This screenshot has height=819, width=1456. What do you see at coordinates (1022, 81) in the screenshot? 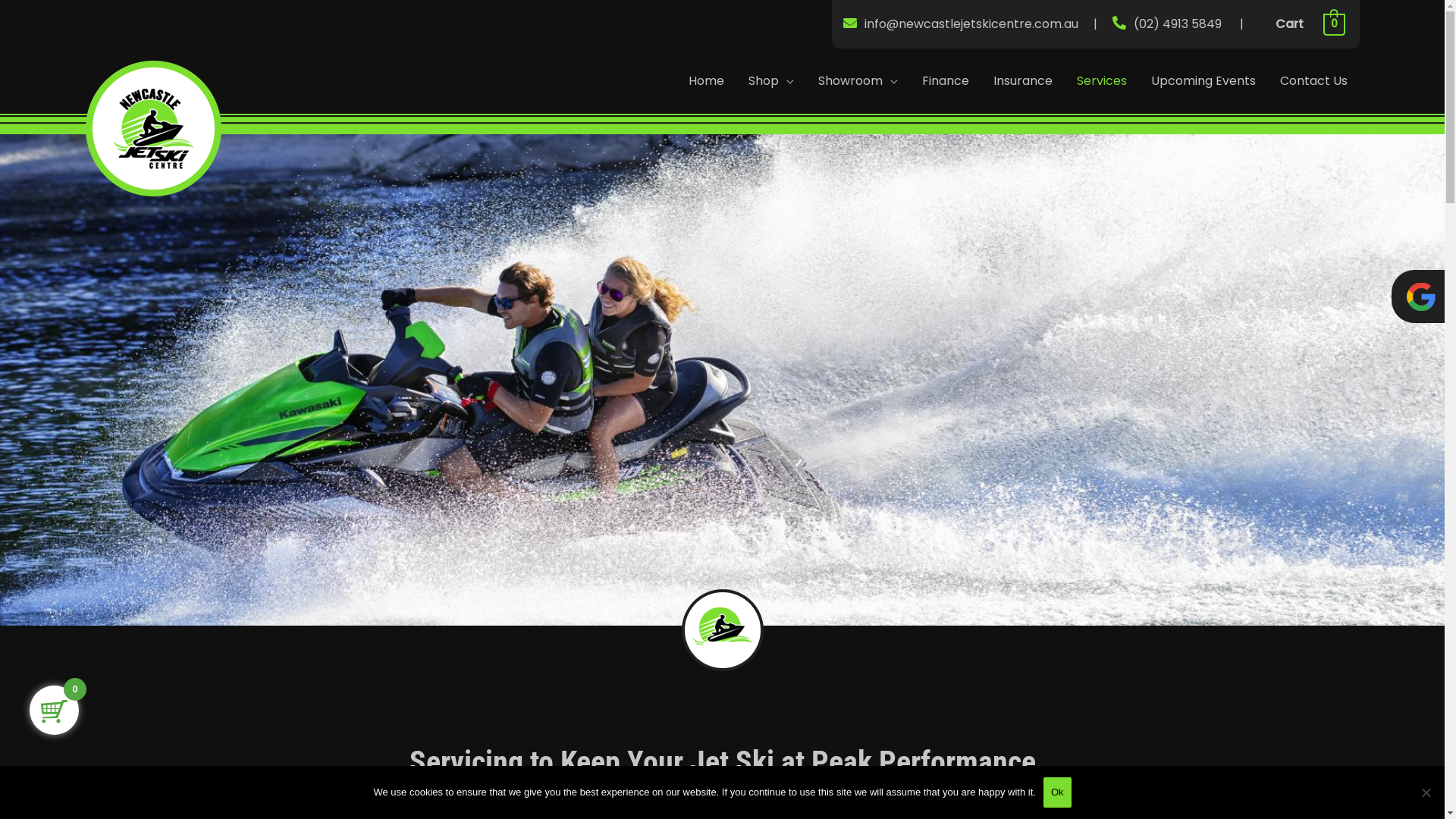
I see `'Insurance'` at bounding box center [1022, 81].